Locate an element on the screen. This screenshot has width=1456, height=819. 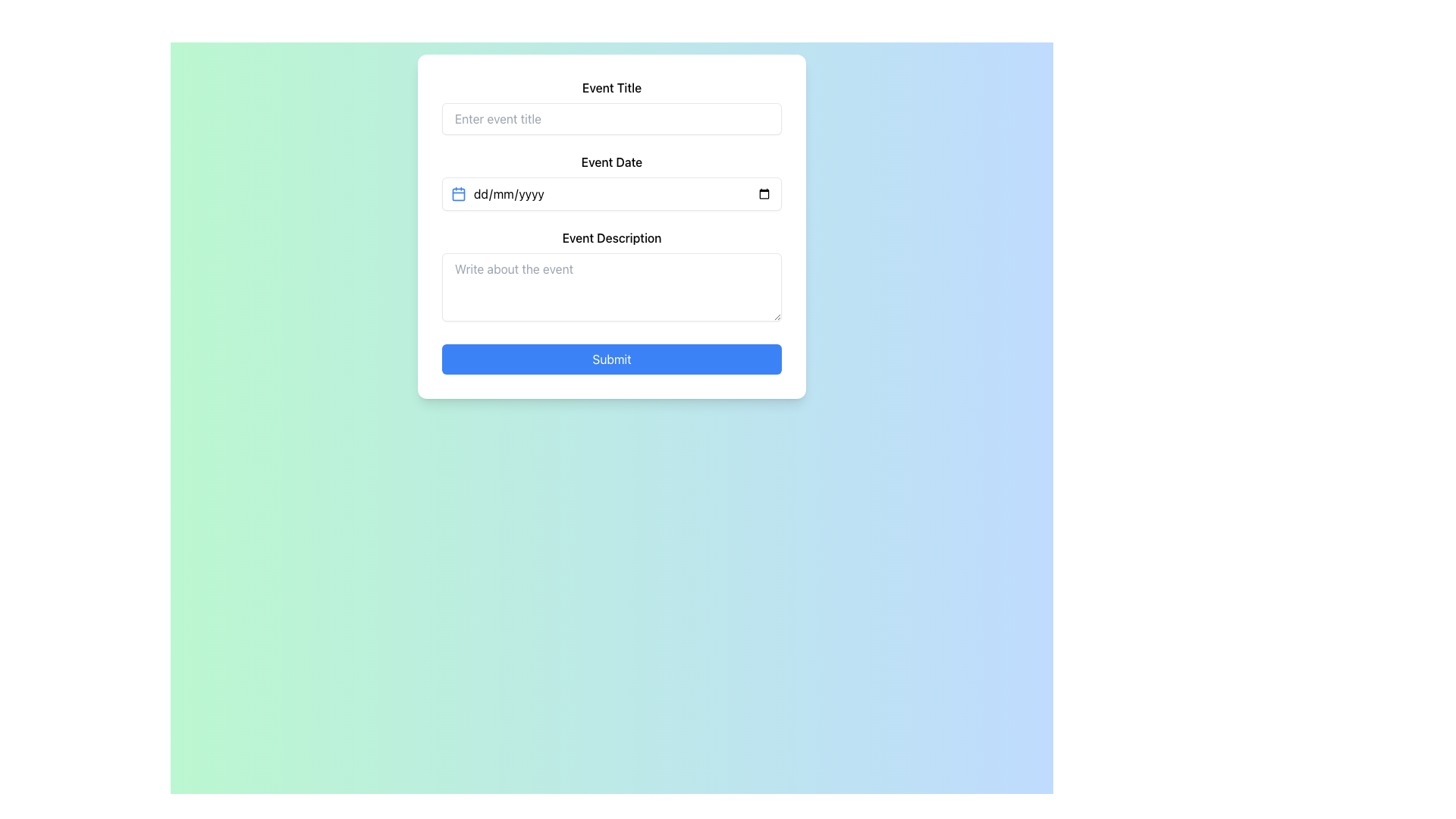
the submit button located at the bottom of the form is located at coordinates (611, 359).